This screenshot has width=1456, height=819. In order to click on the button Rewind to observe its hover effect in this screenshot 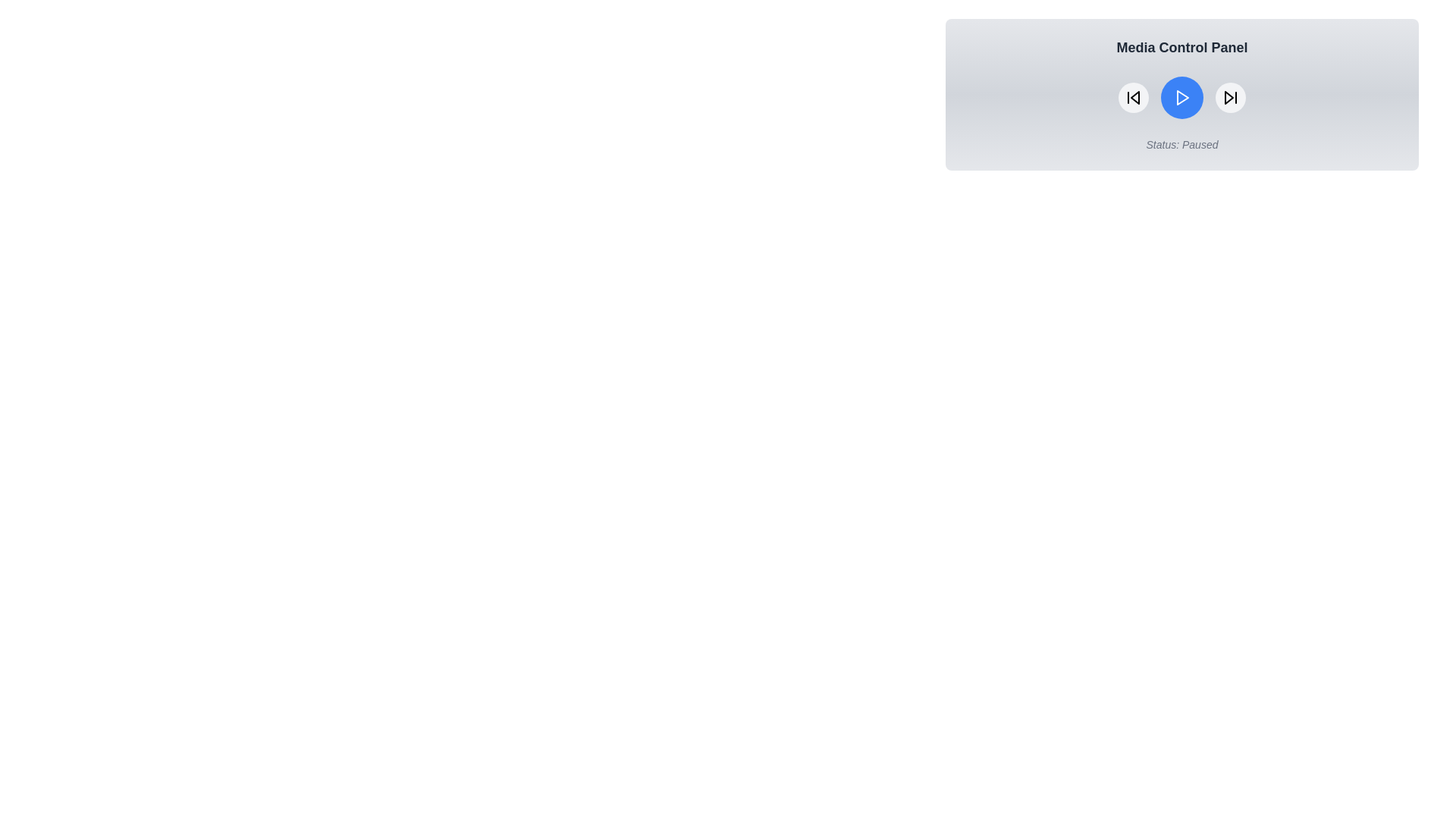, I will do `click(1133, 97)`.